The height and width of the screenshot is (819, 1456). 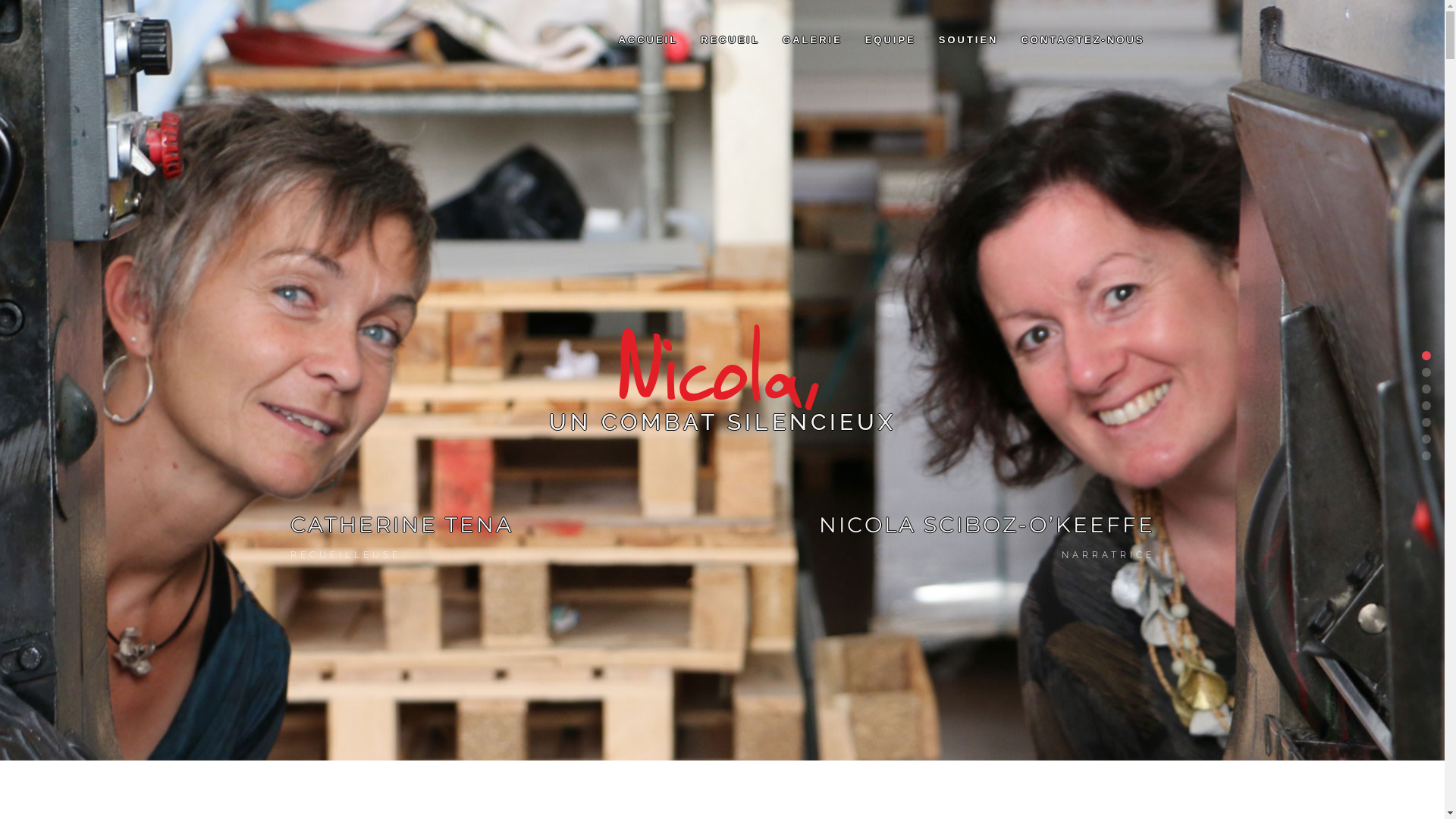 I want to click on 'EQUIPE', so click(x=890, y=39).